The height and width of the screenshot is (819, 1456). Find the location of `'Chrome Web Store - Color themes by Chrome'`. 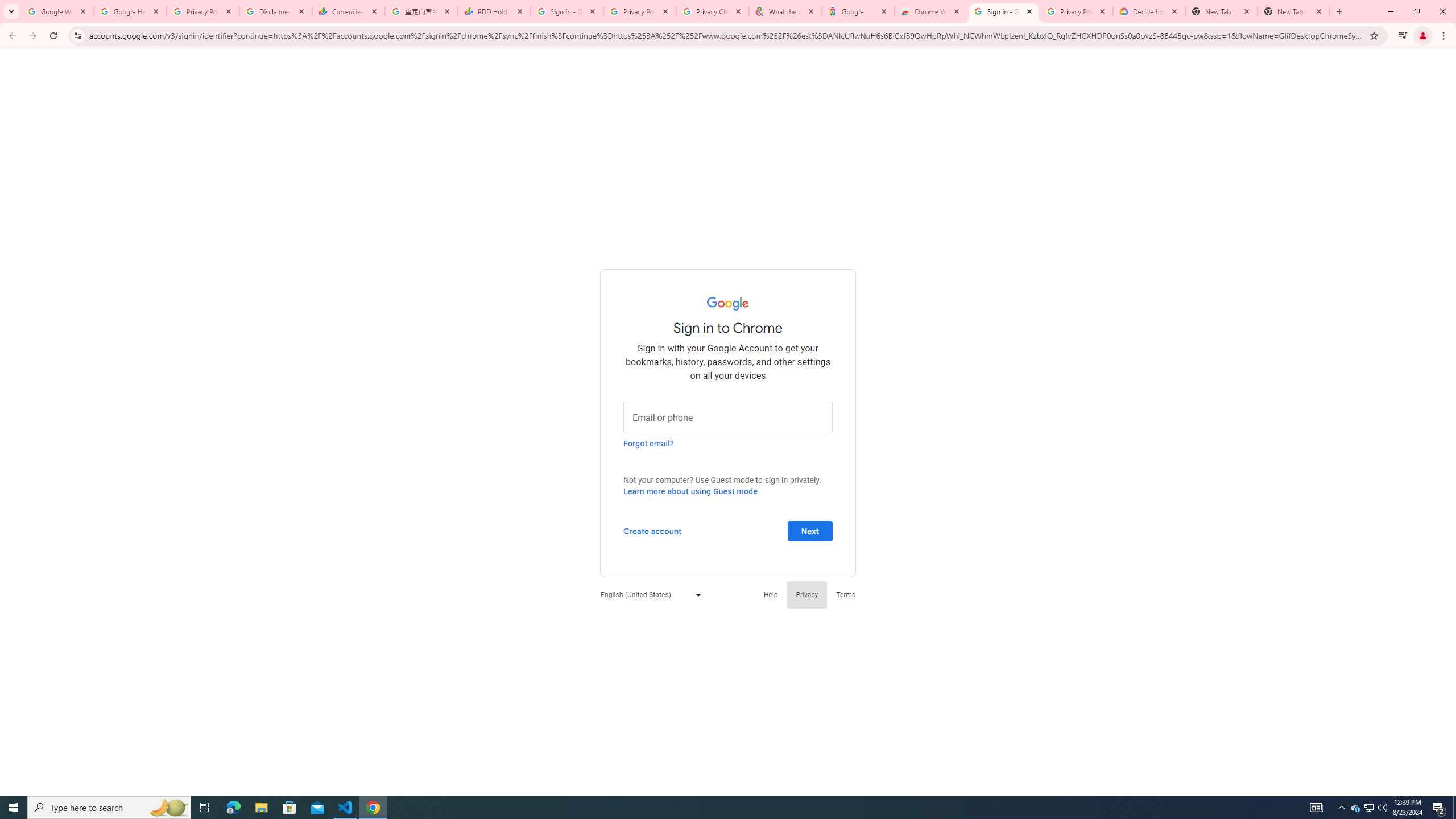

'Chrome Web Store - Color themes by Chrome' is located at coordinates (930, 11).